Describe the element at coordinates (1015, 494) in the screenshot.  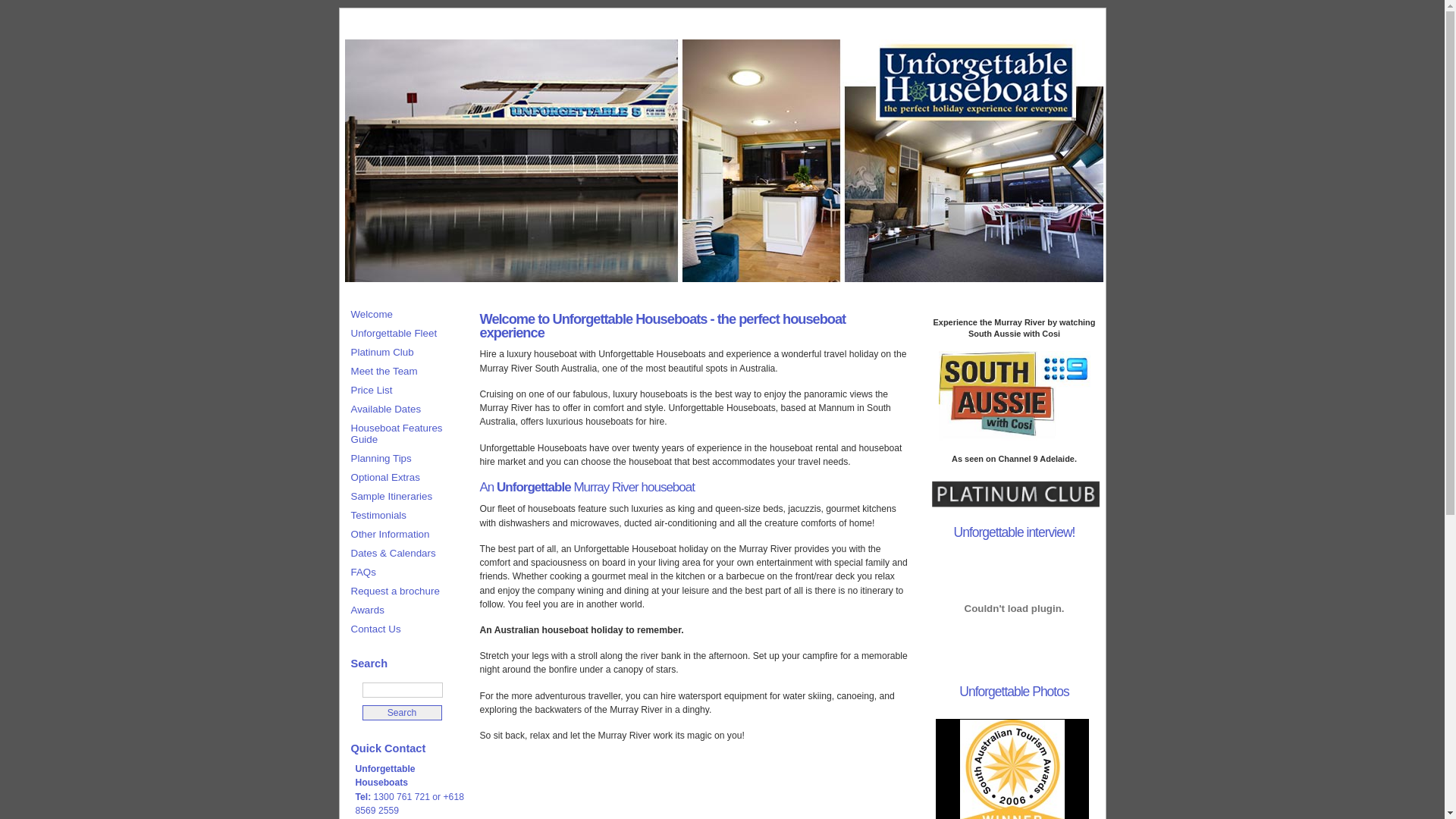
I see `'Unforgettable Platinum Club'` at that location.